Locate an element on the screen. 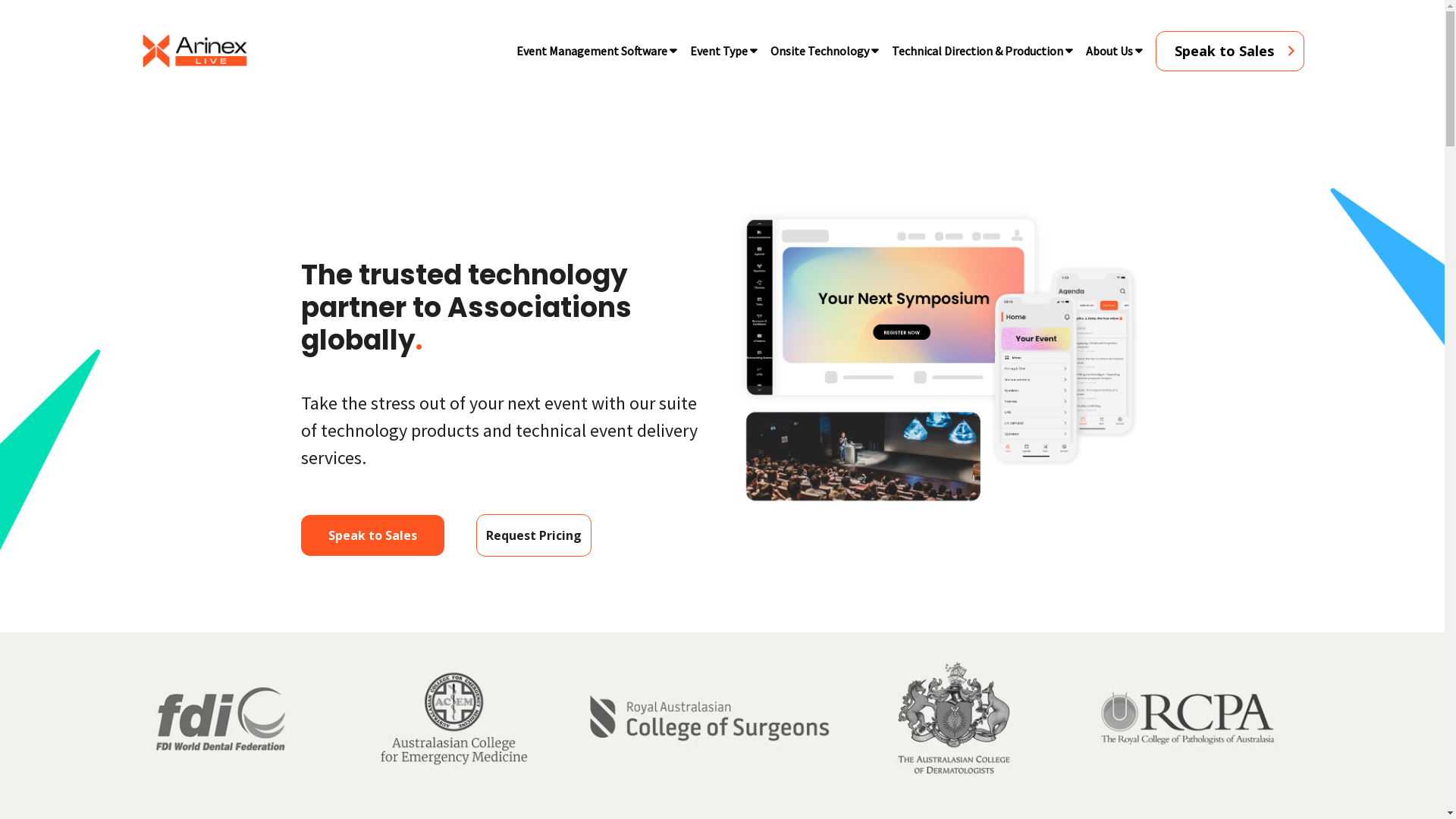 This screenshot has height=819, width=1456. 'Request Pricing' is located at coordinates (534, 534).